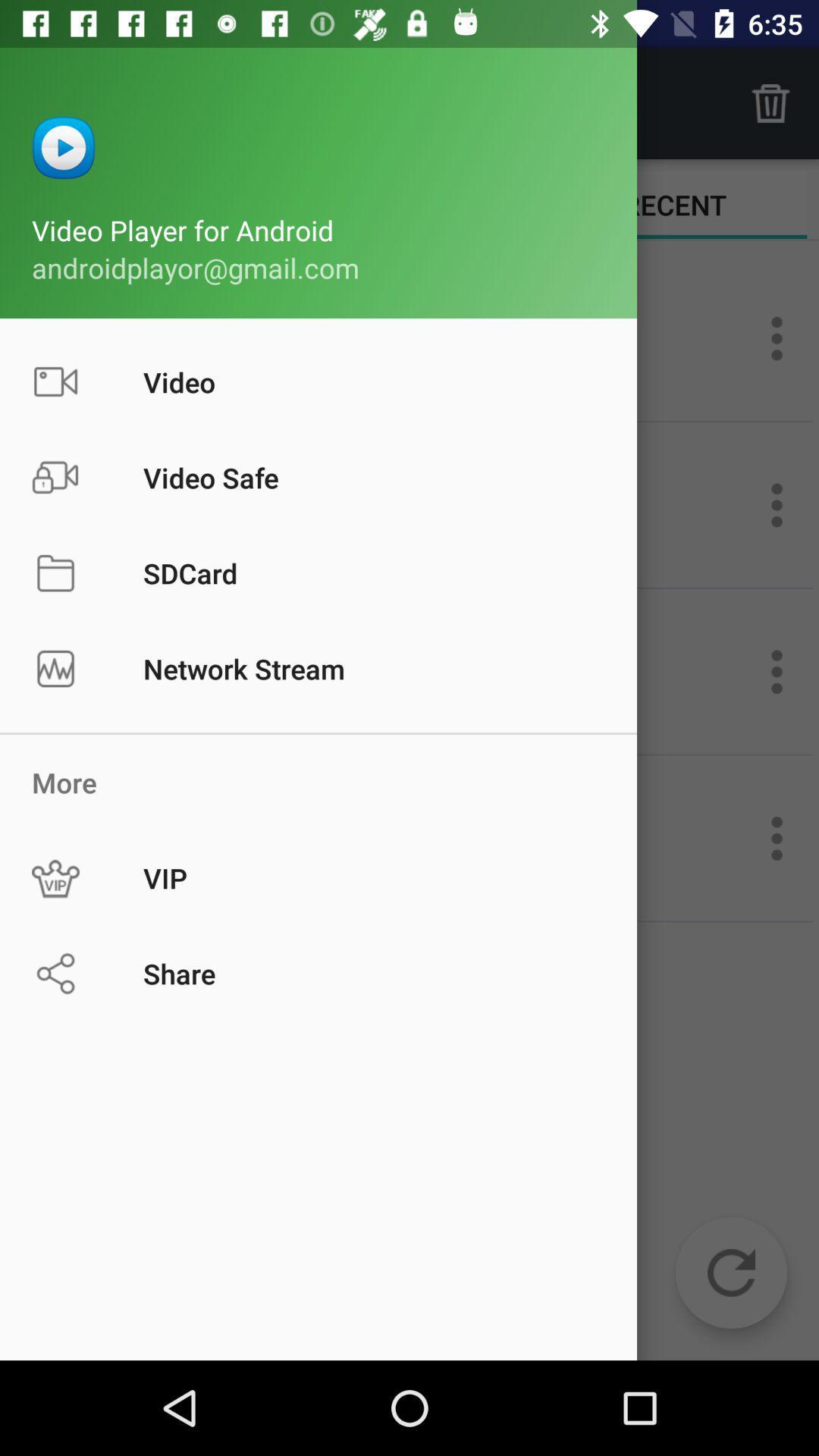 This screenshot has width=819, height=1456. What do you see at coordinates (730, 1272) in the screenshot?
I see `the refresh icon` at bounding box center [730, 1272].